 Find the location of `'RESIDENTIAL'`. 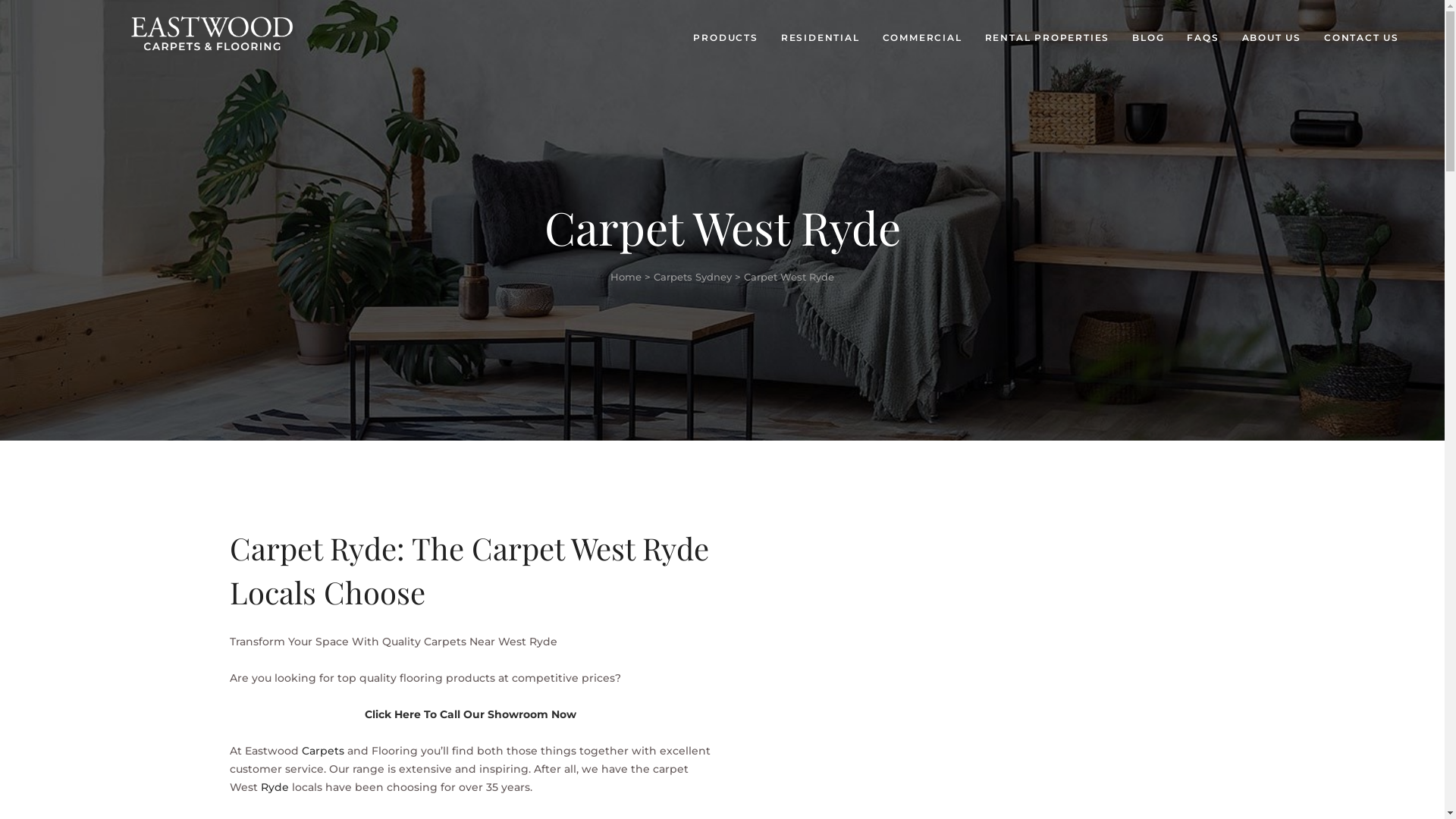

'RESIDENTIAL' is located at coordinates (819, 37).